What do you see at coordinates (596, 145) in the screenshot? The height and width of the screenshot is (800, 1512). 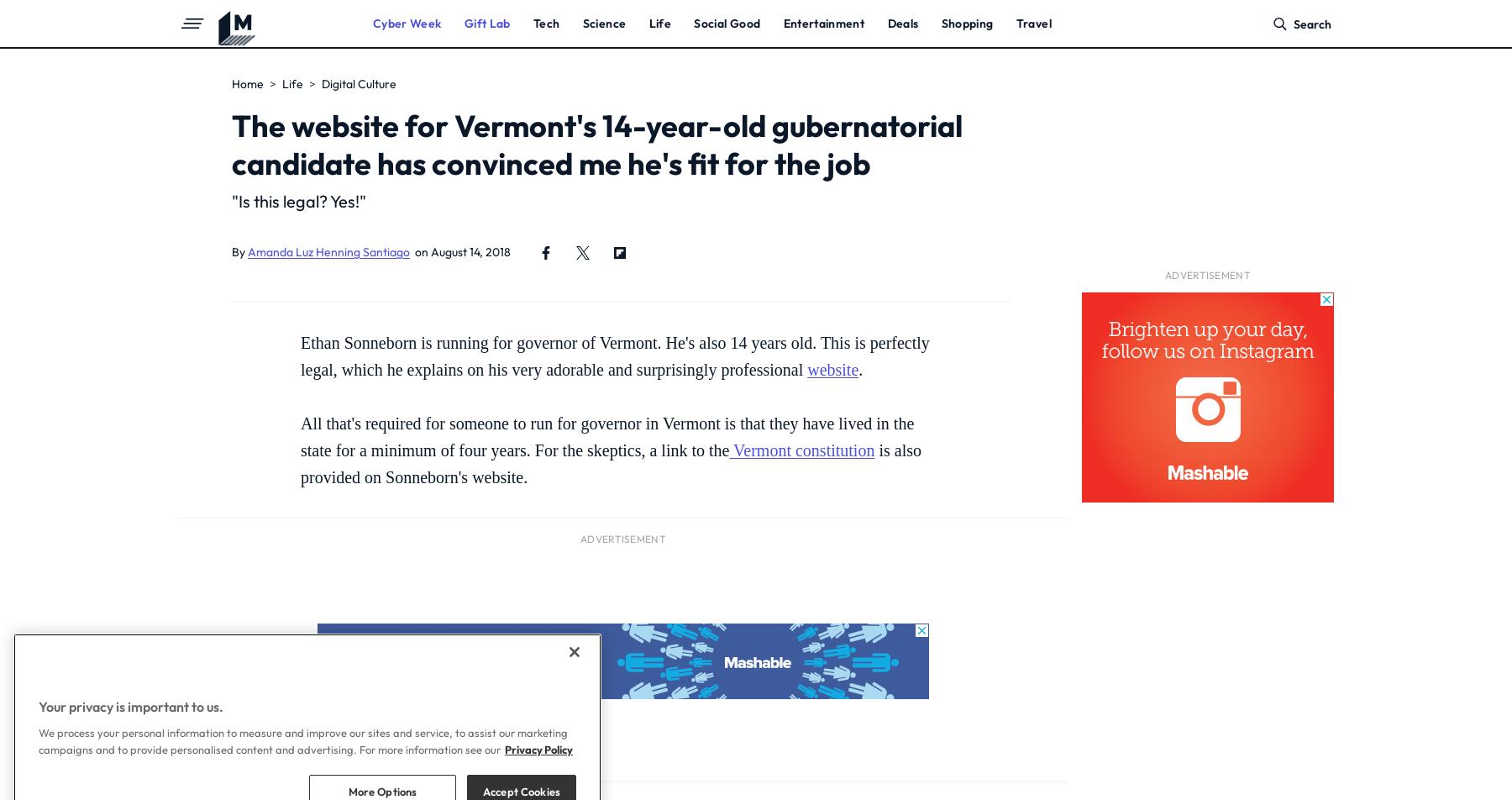 I see `'The website for Vermont's 14-year-old gubernatorial candidate has convinced me he's fit for the job'` at bounding box center [596, 145].